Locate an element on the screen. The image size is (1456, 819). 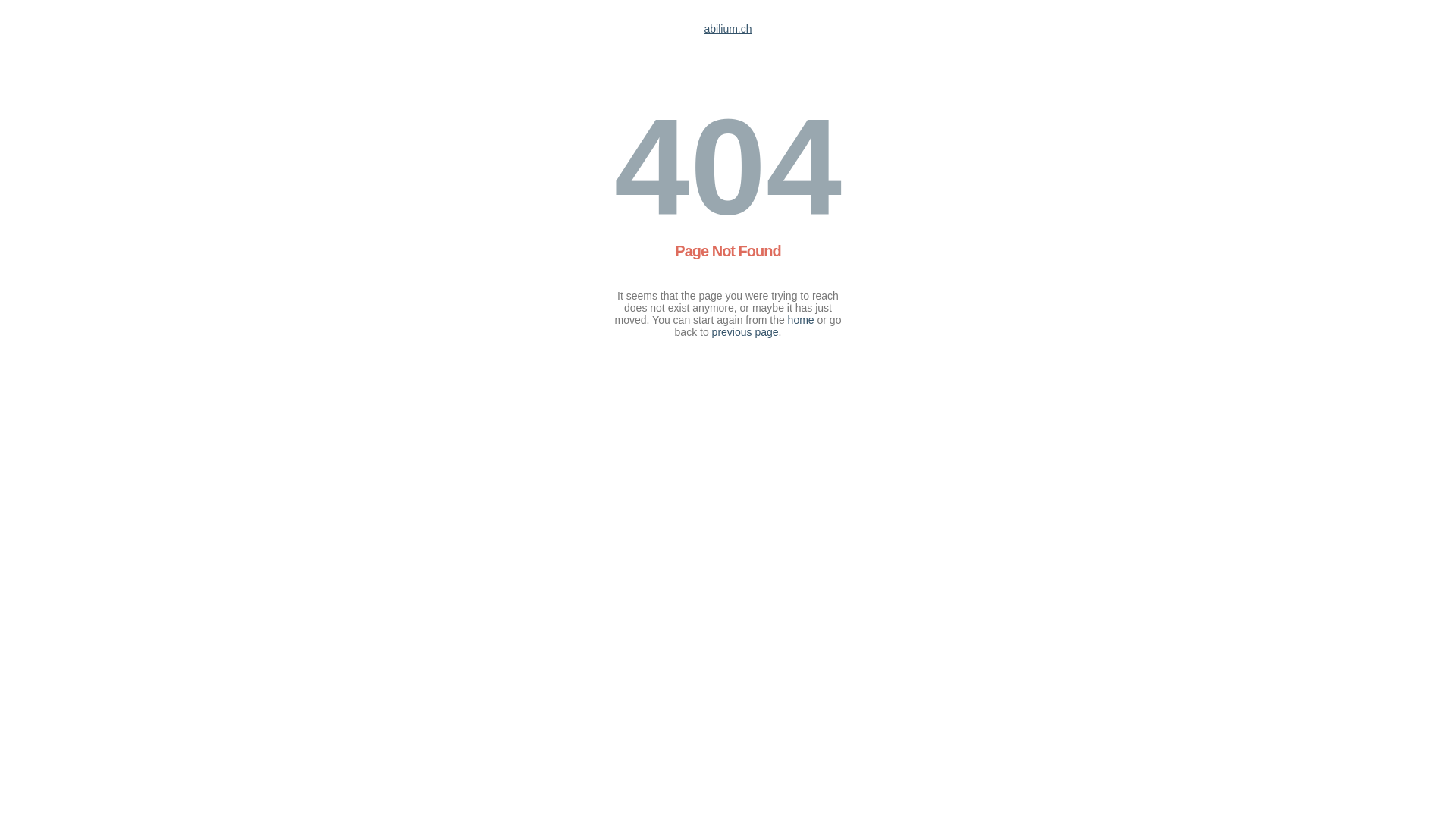
'previous page' is located at coordinates (745, 331).